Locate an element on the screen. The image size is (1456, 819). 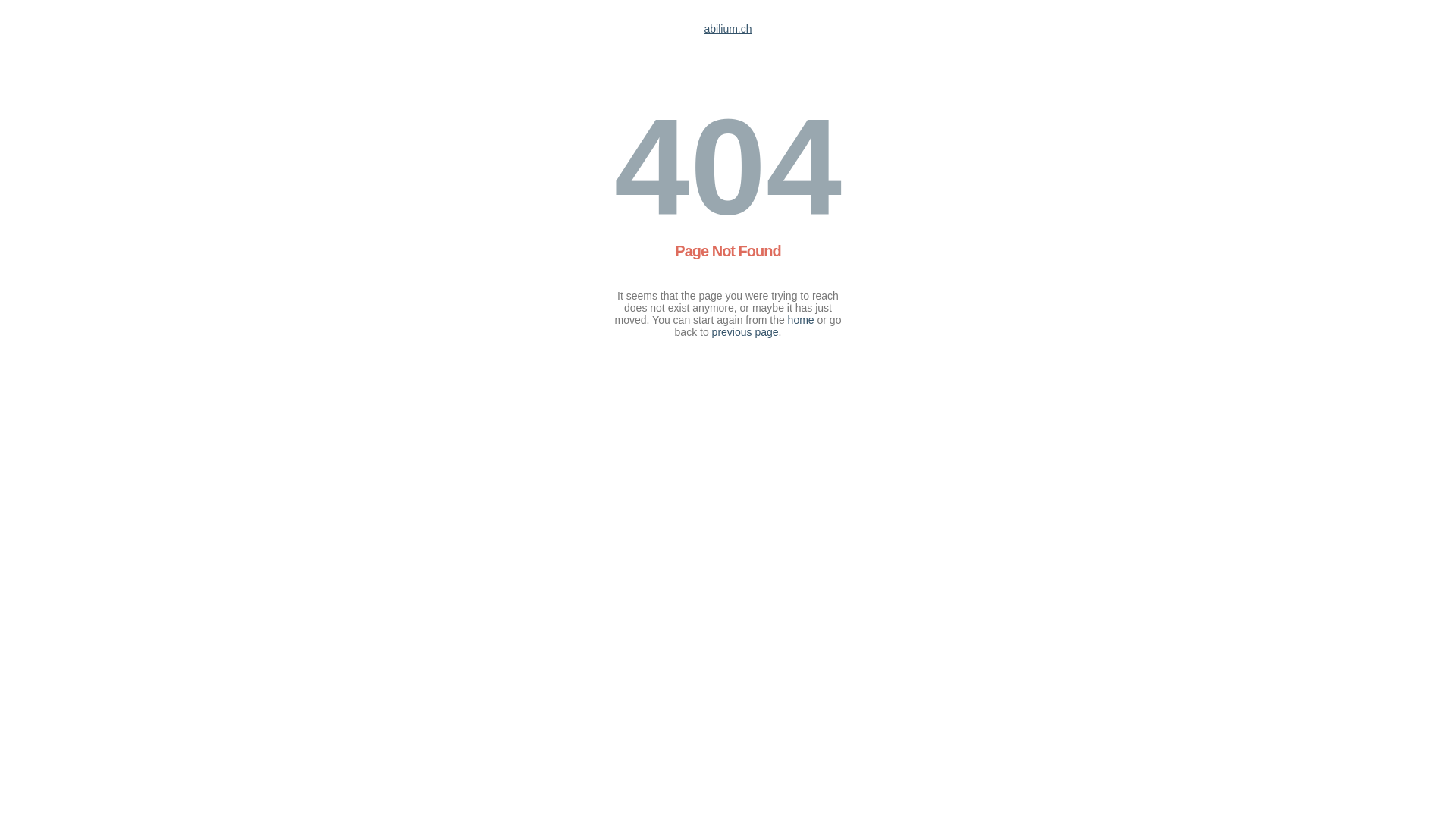
'previous page' is located at coordinates (745, 331).